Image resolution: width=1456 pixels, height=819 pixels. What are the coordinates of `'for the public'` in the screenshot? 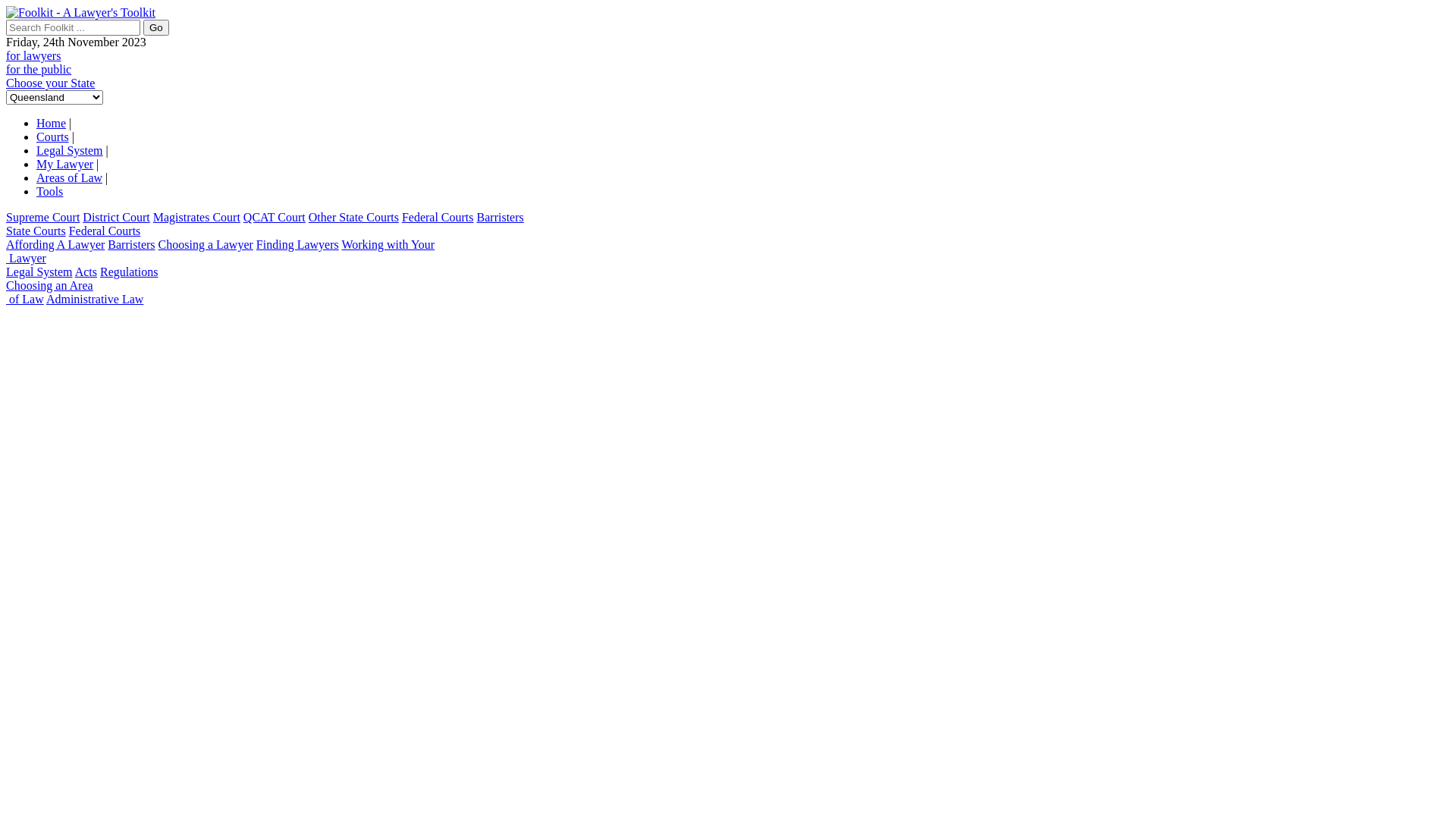 It's located at (6, 69).